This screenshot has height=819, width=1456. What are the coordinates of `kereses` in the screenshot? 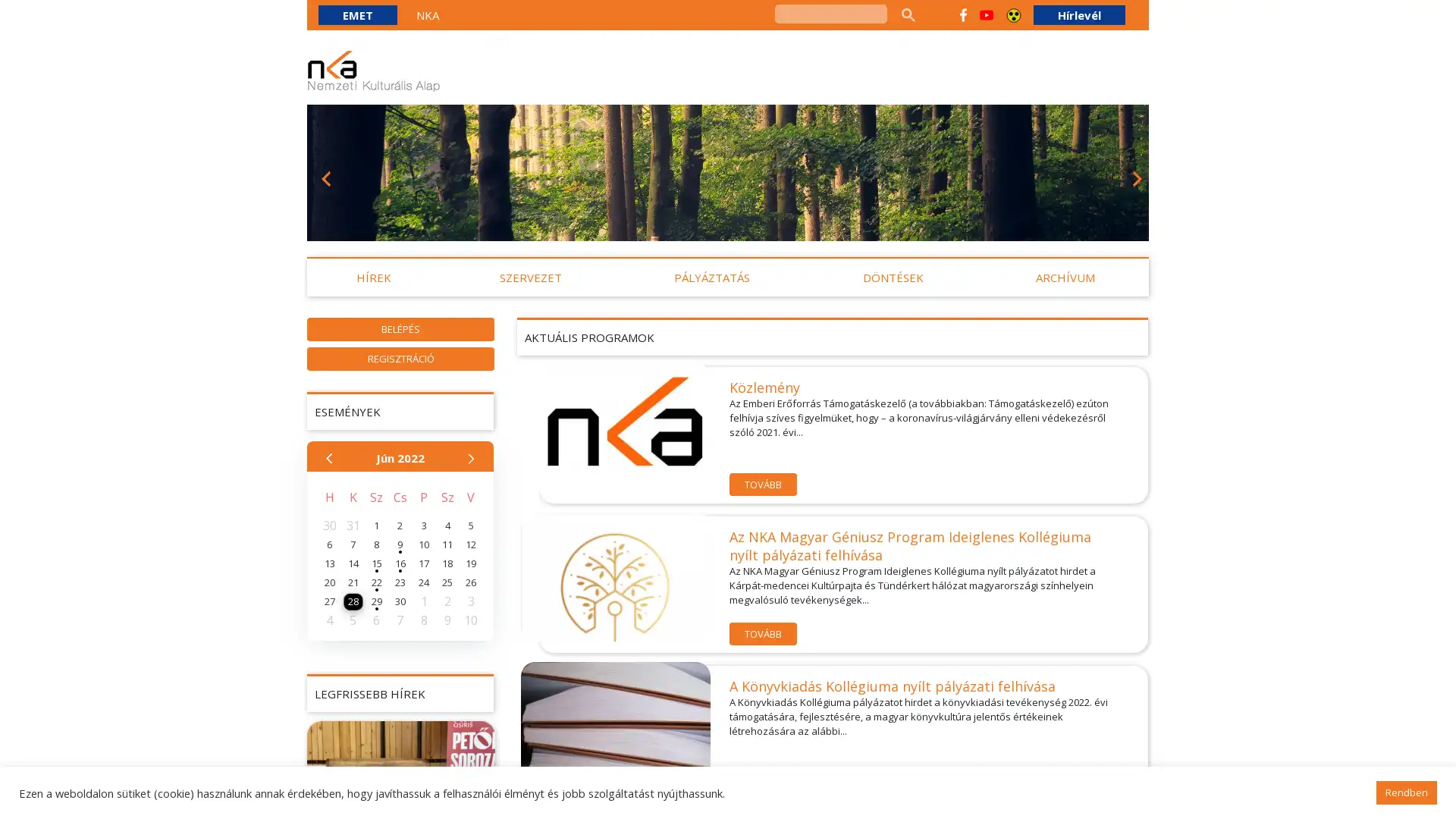 It's located at (907, 14).